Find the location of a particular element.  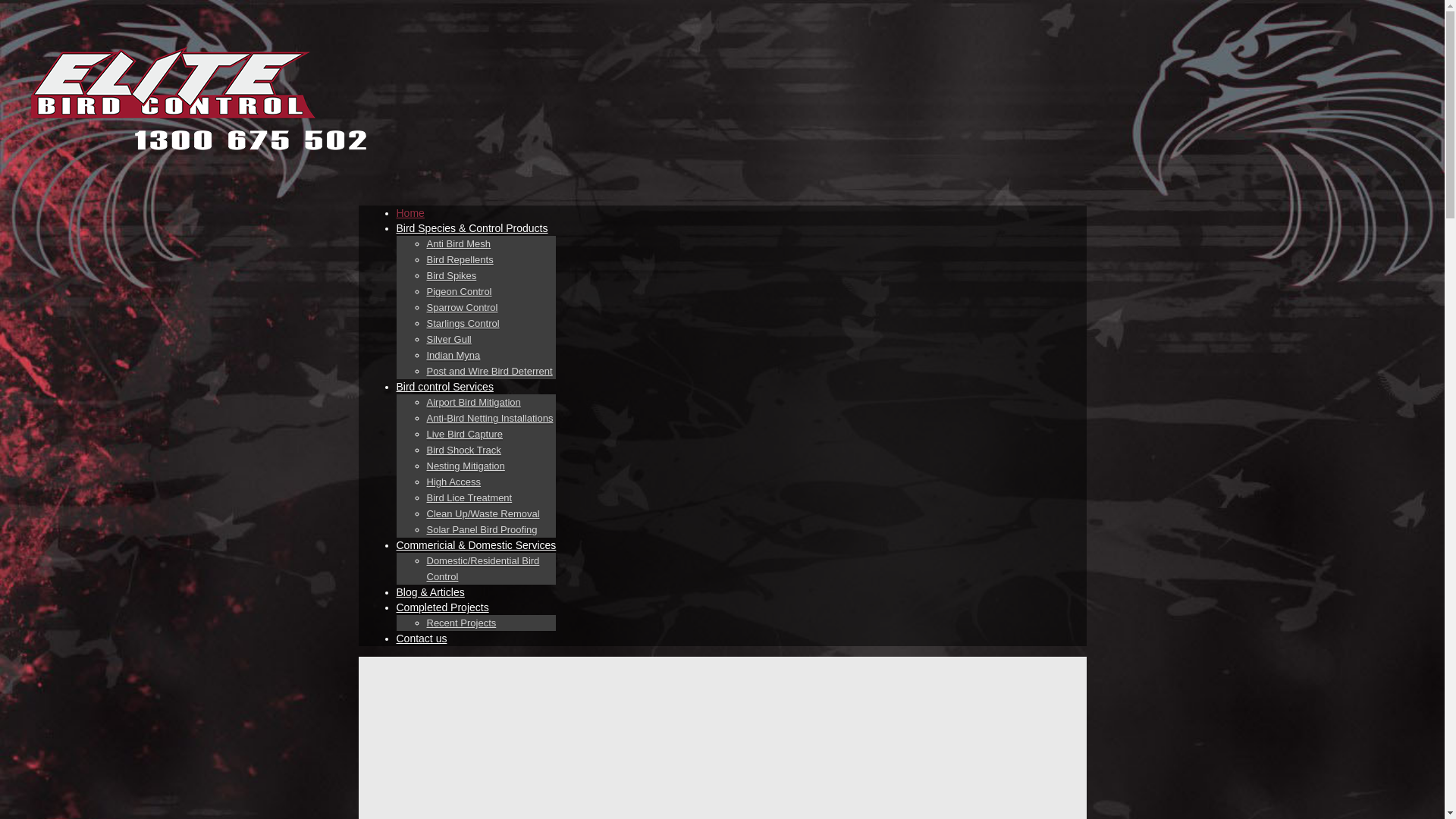

'Bird Shock Track' is located at coordinates (462, 450).